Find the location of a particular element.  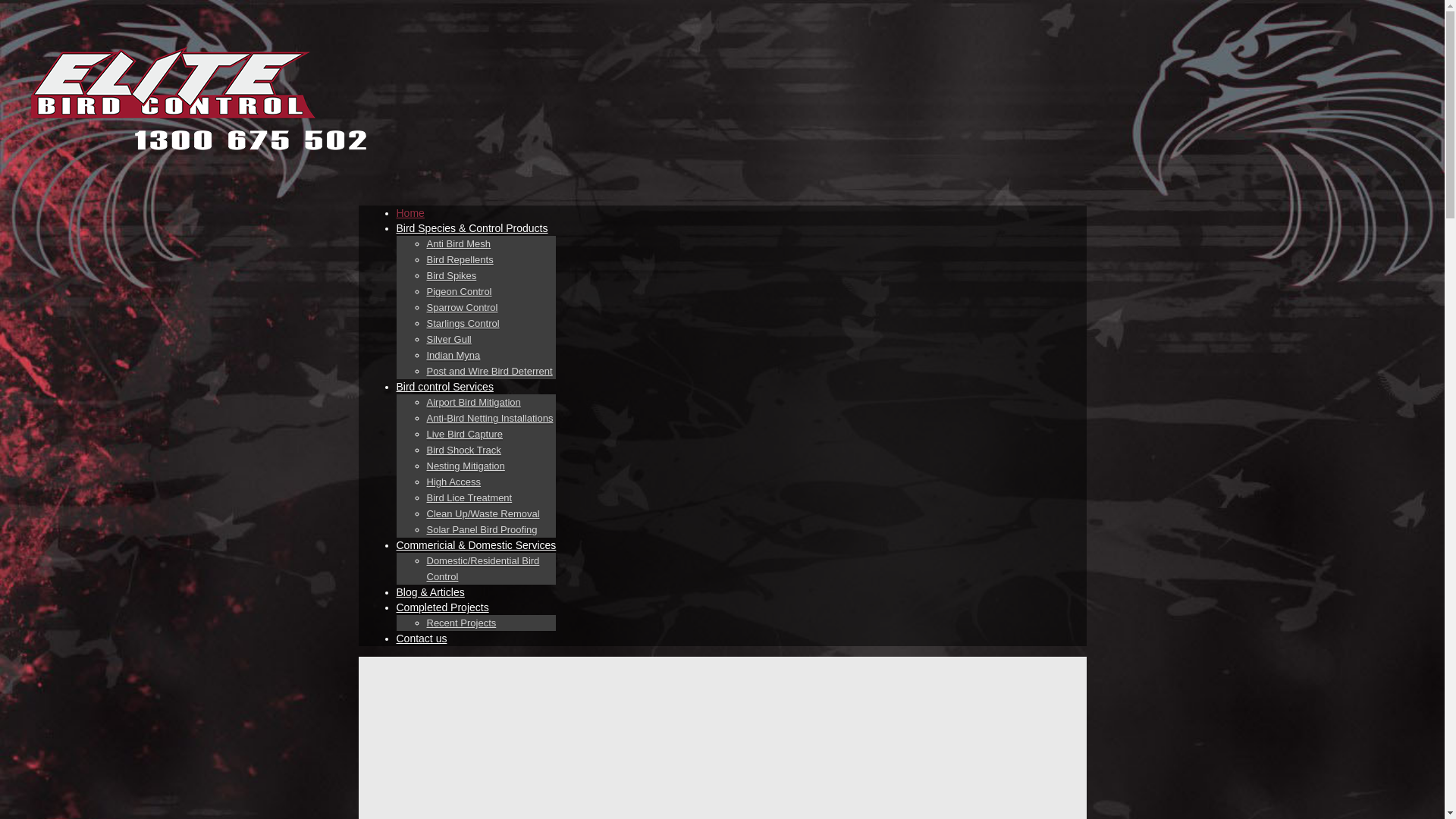

'Bird Shock Track' is located at coordinates (462, 450).